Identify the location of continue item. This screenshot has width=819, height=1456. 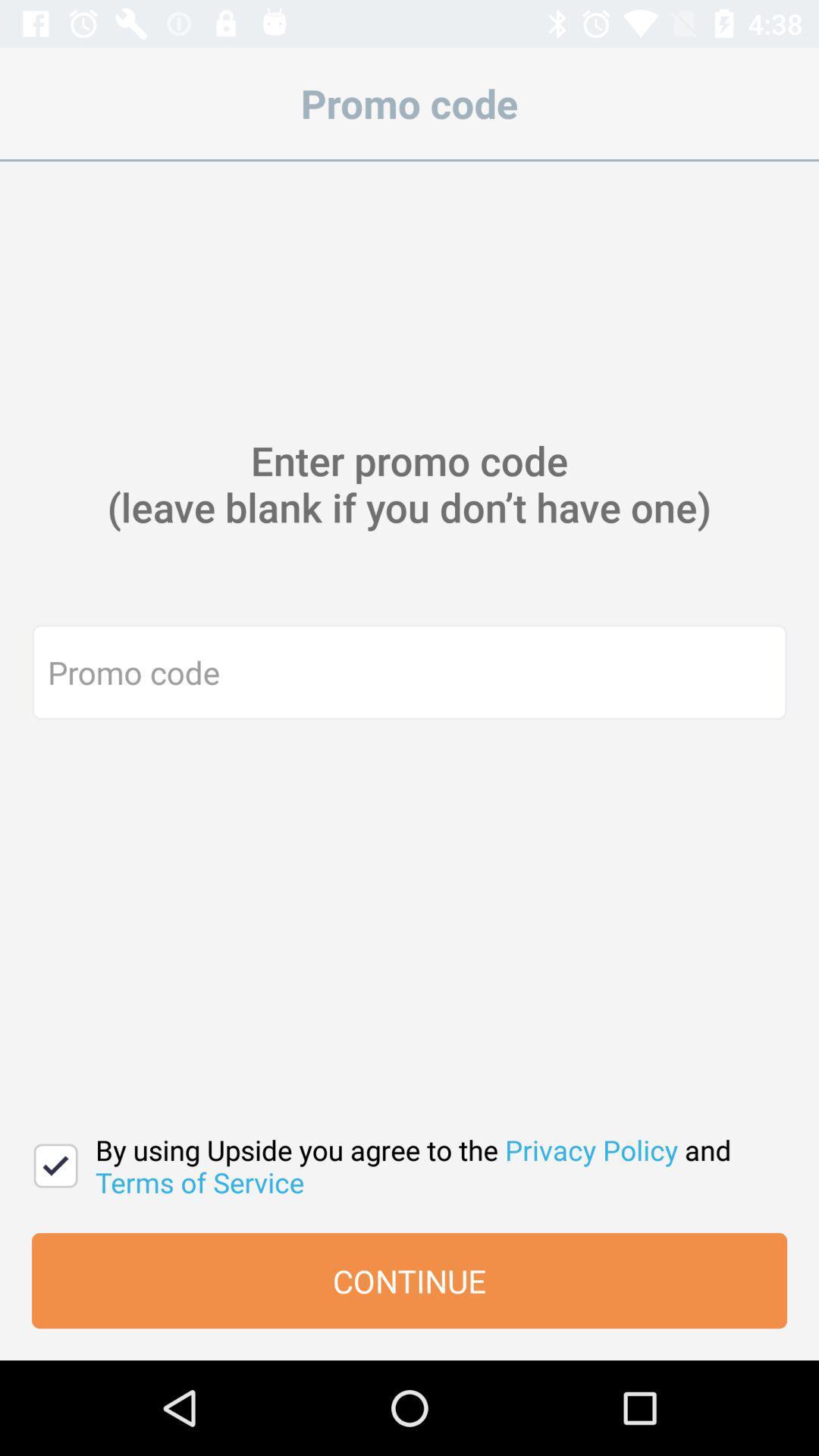
(409, 1280).